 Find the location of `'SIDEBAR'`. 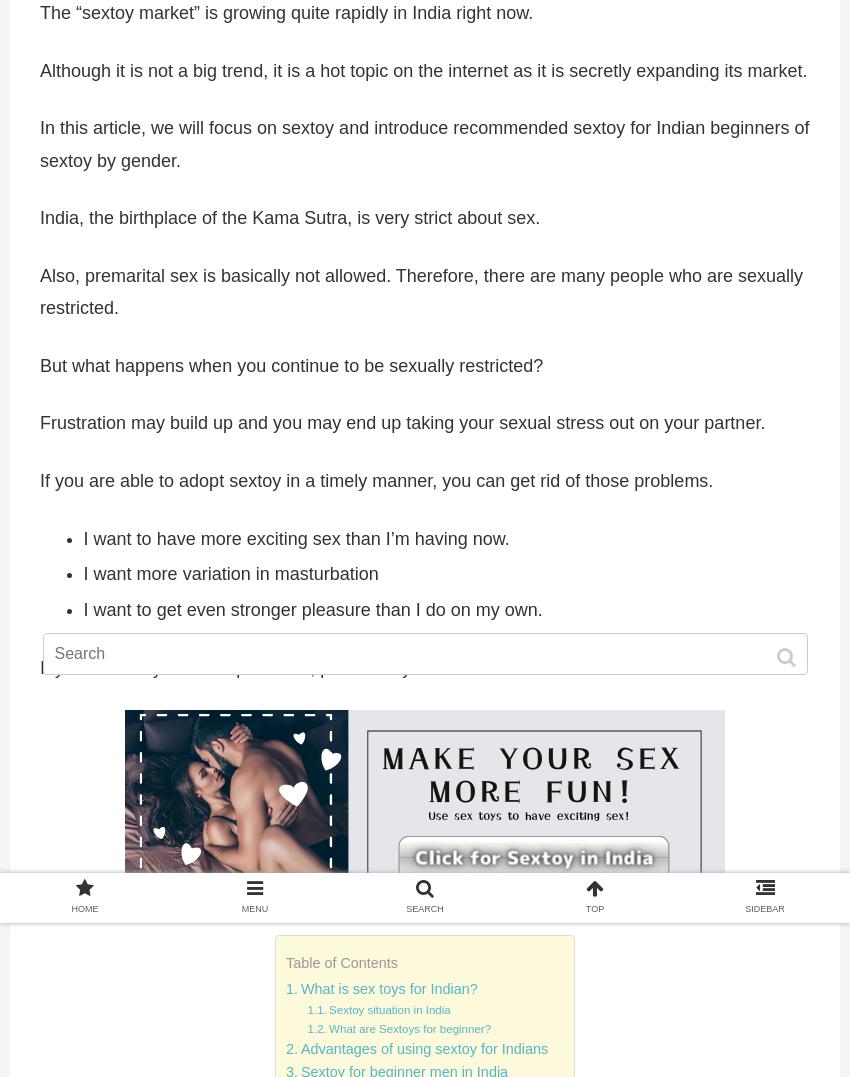

'SIDEBAR' is located at coordinates (764, 908).